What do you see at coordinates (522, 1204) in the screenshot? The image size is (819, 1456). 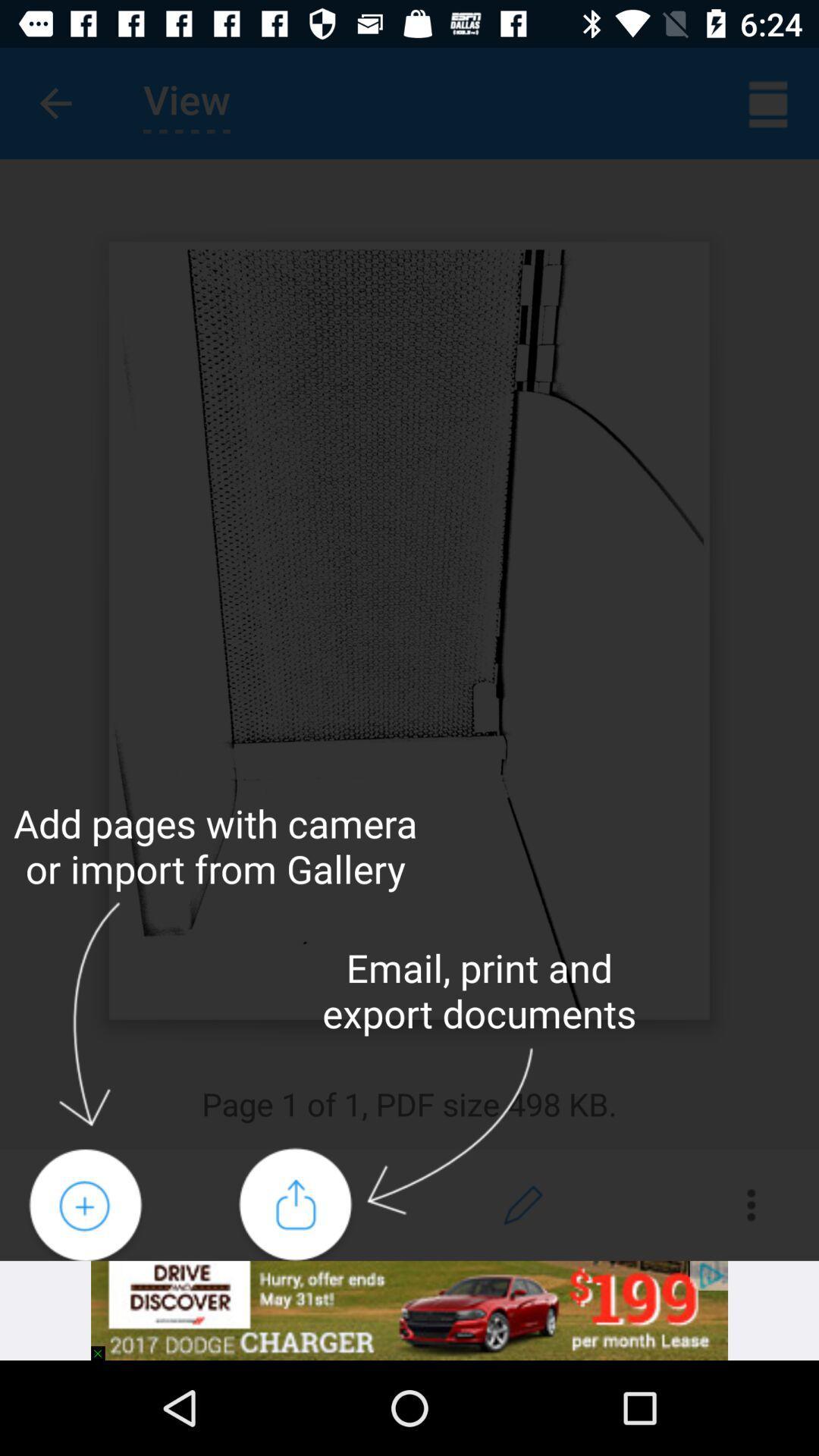 I see `the edit icon` at bounding box center [522, 1204].